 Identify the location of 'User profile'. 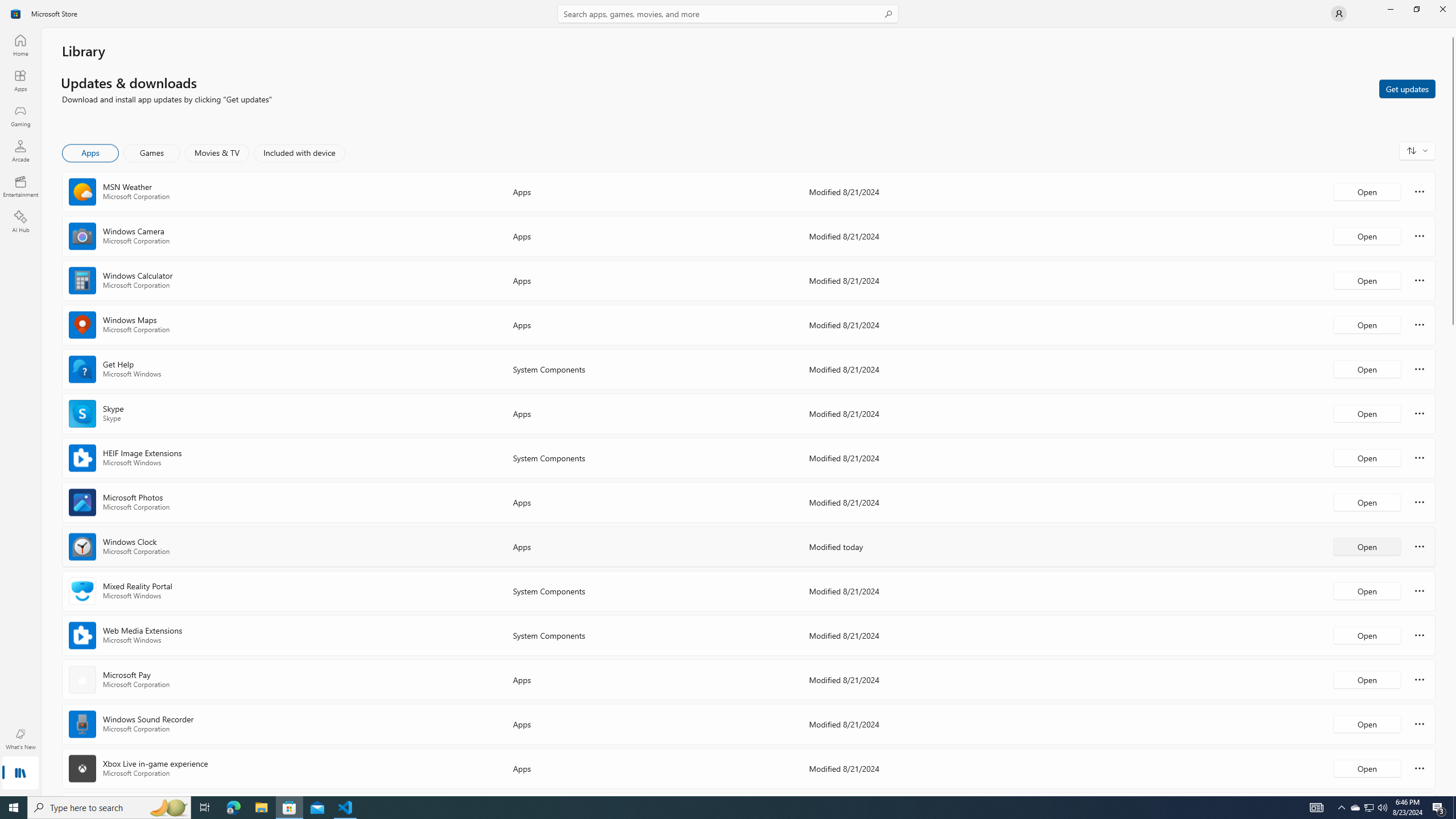
(1338, 13).